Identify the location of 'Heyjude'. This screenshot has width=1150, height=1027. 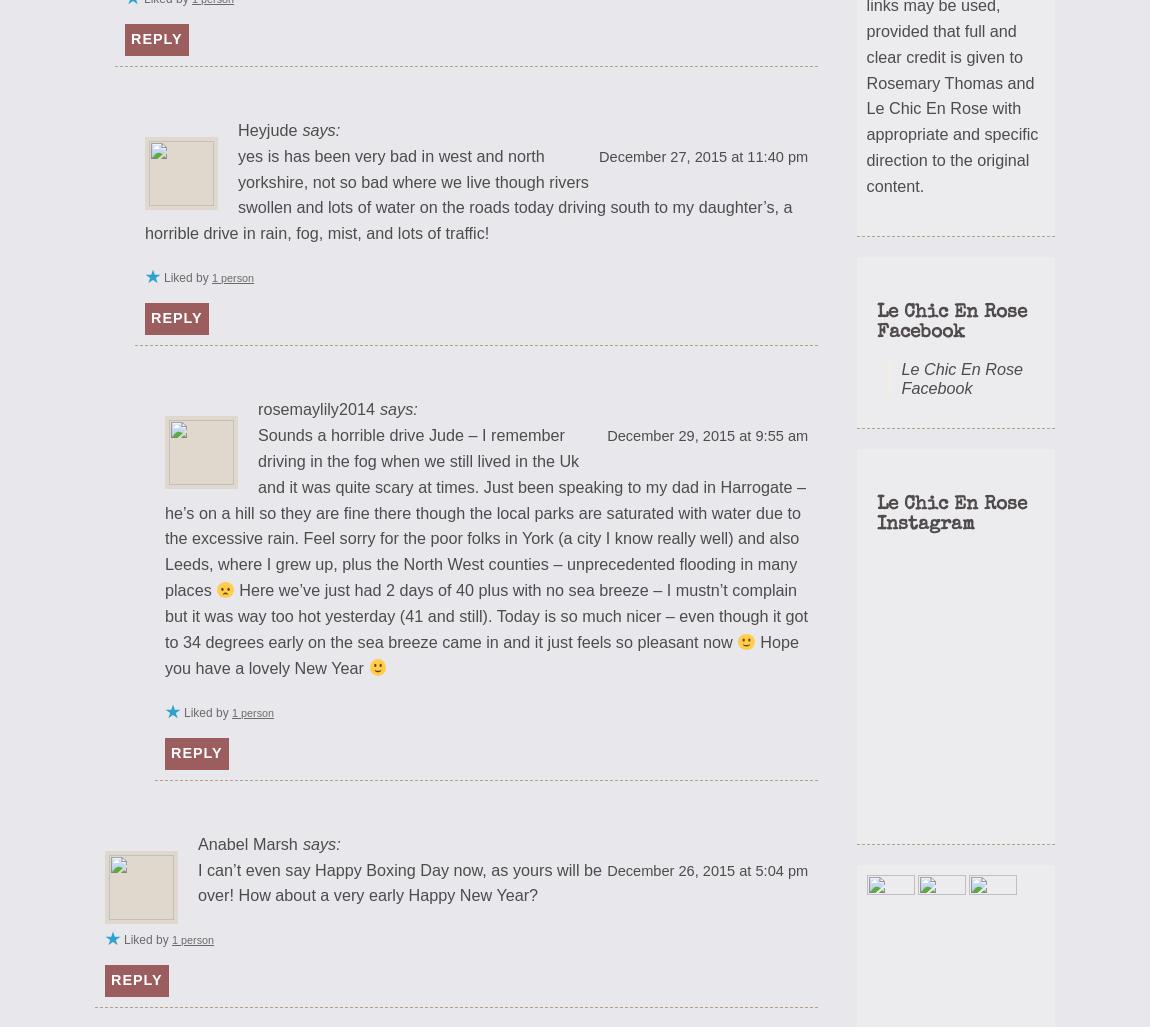
(266, 128).